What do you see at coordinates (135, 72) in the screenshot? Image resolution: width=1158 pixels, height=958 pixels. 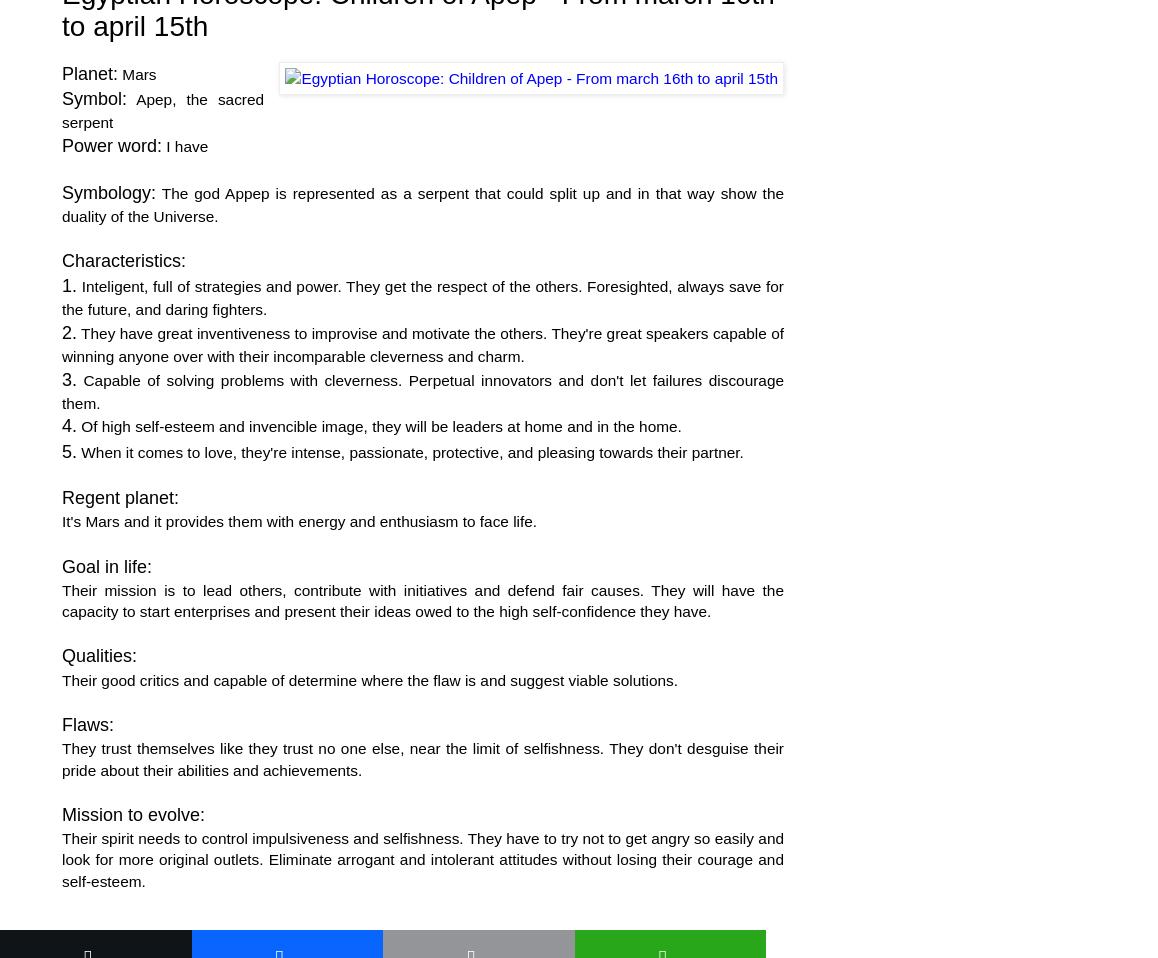 I see `'Mars'` at bounding box center [135, 72].